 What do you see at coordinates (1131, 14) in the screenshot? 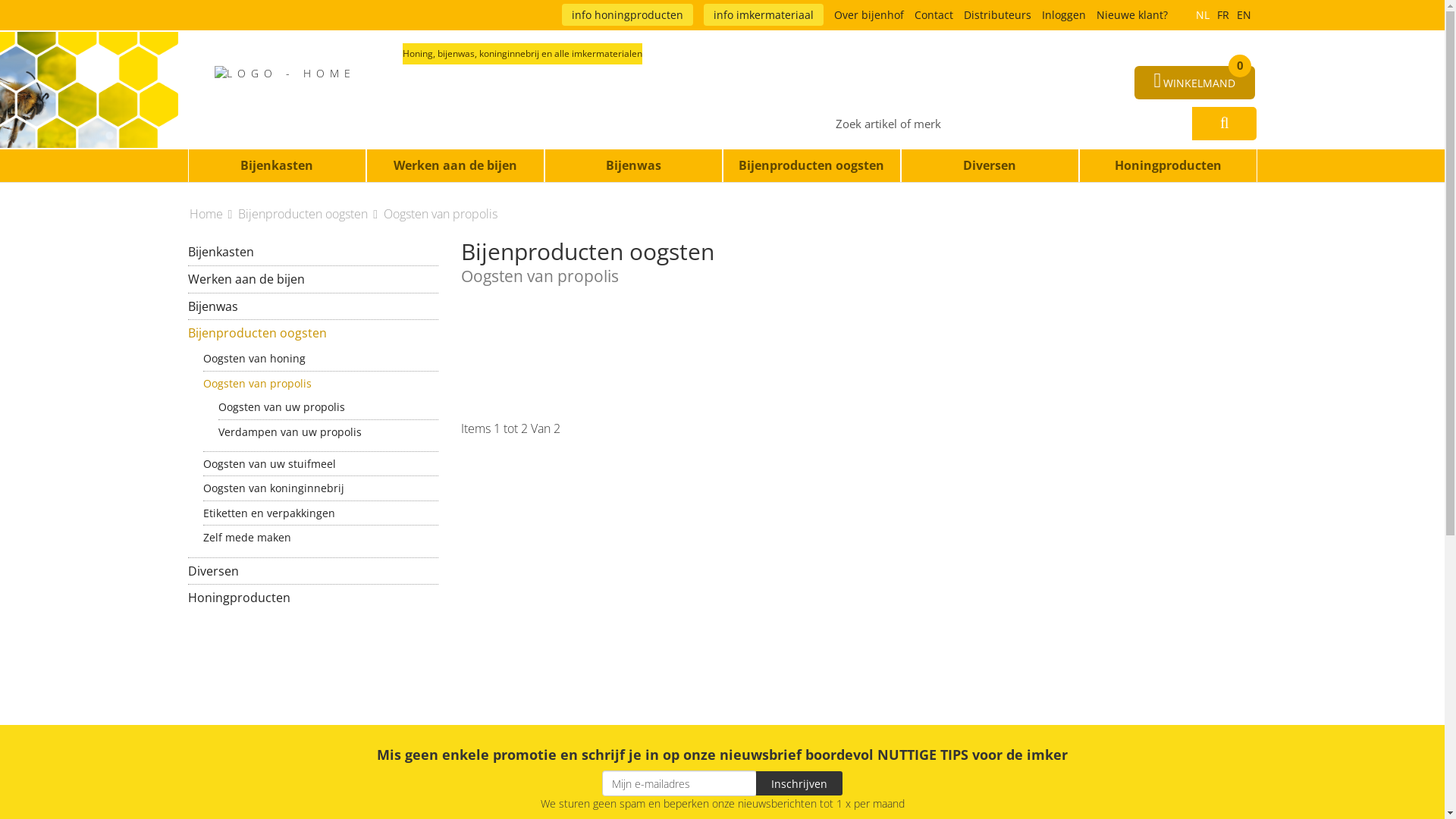
I see `'Nieuwe klant?'` at bounding box center [1131, 14].